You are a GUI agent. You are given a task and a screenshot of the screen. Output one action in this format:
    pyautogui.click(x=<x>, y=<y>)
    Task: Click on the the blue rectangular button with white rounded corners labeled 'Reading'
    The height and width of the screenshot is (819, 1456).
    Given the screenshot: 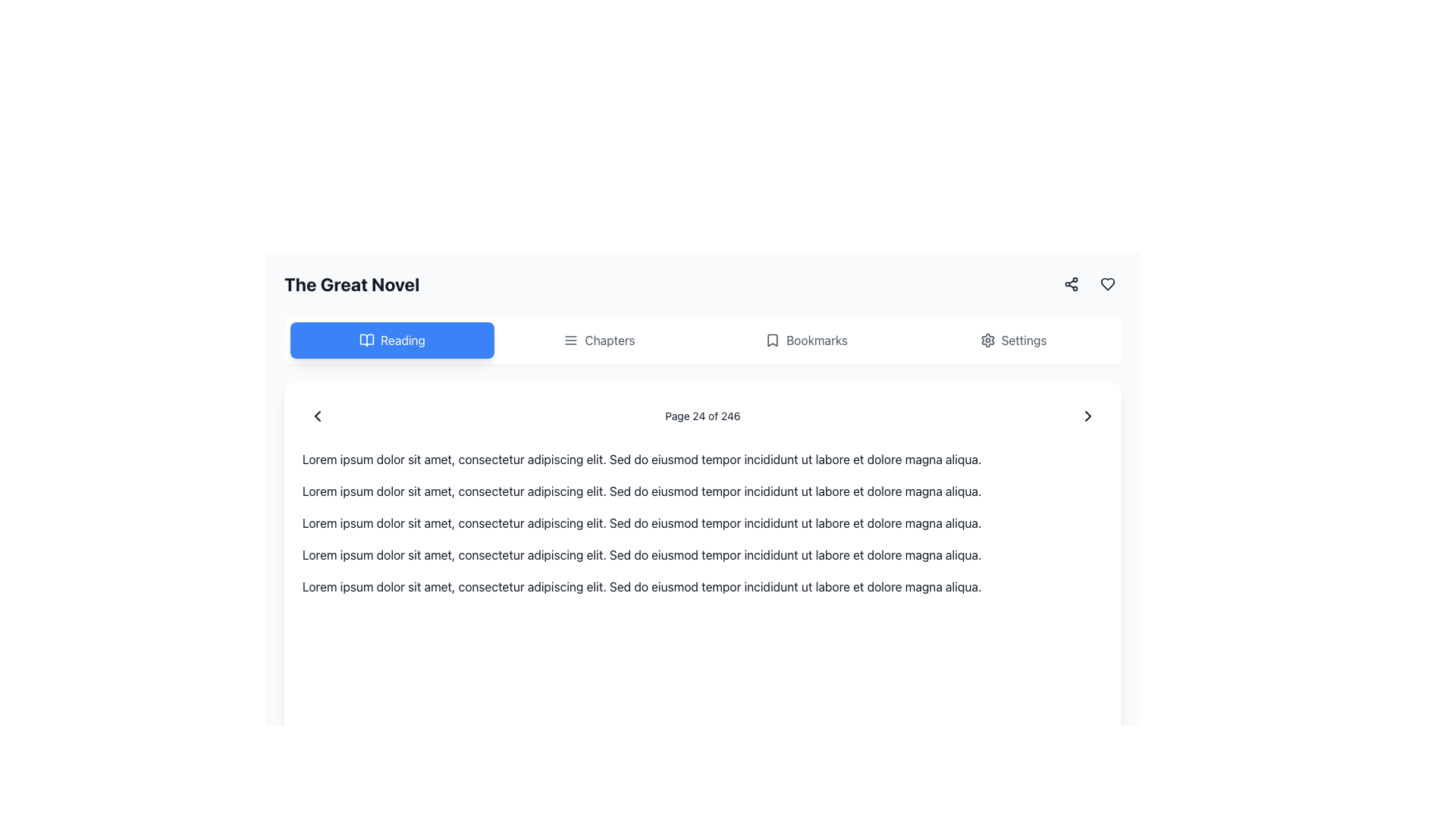 What is the action you would take?
    pyautogui.click(x=392, y=339)
    